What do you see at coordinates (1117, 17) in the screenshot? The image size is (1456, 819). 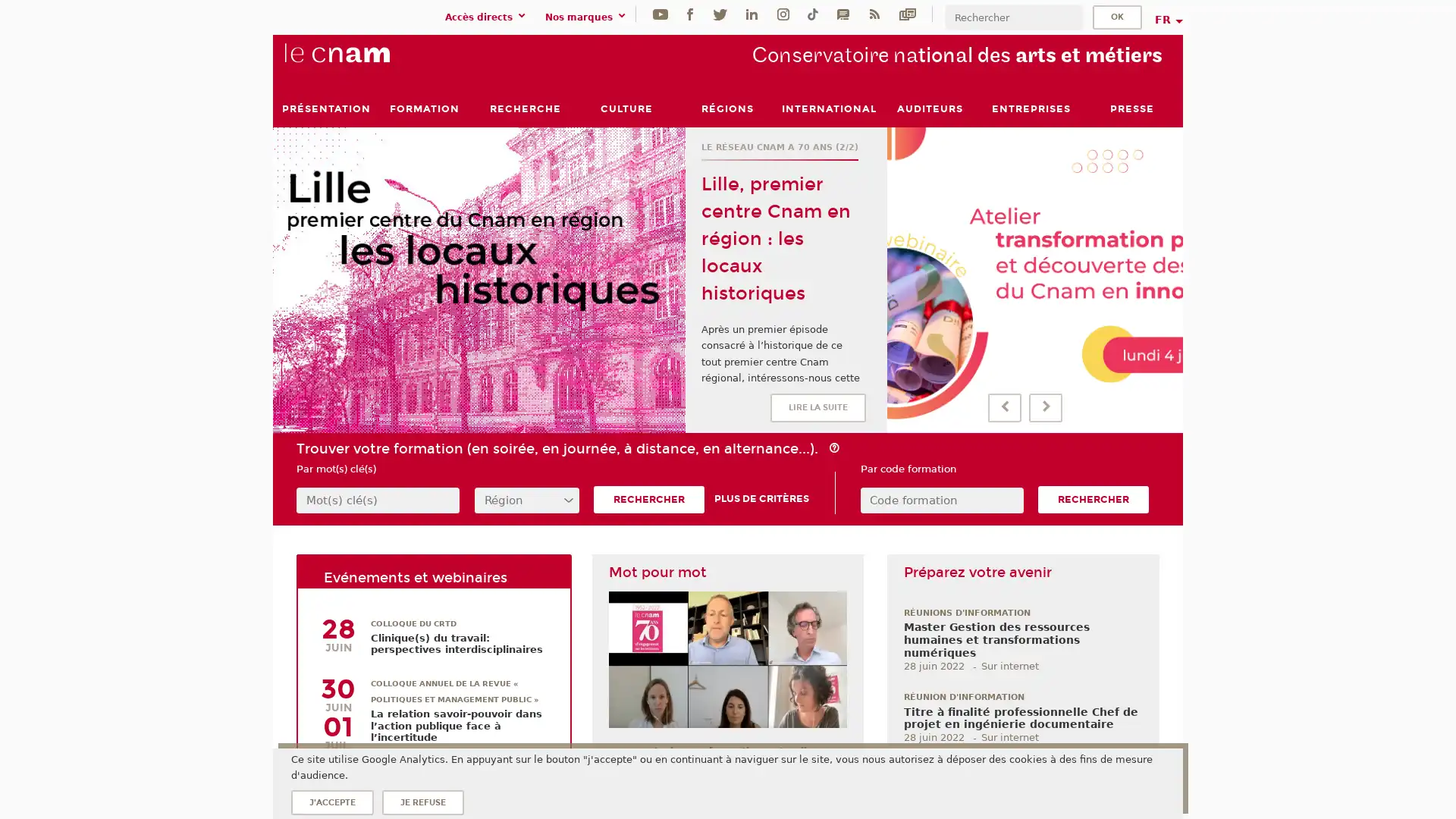 I see `ok` at bounding box center [1117, 17].